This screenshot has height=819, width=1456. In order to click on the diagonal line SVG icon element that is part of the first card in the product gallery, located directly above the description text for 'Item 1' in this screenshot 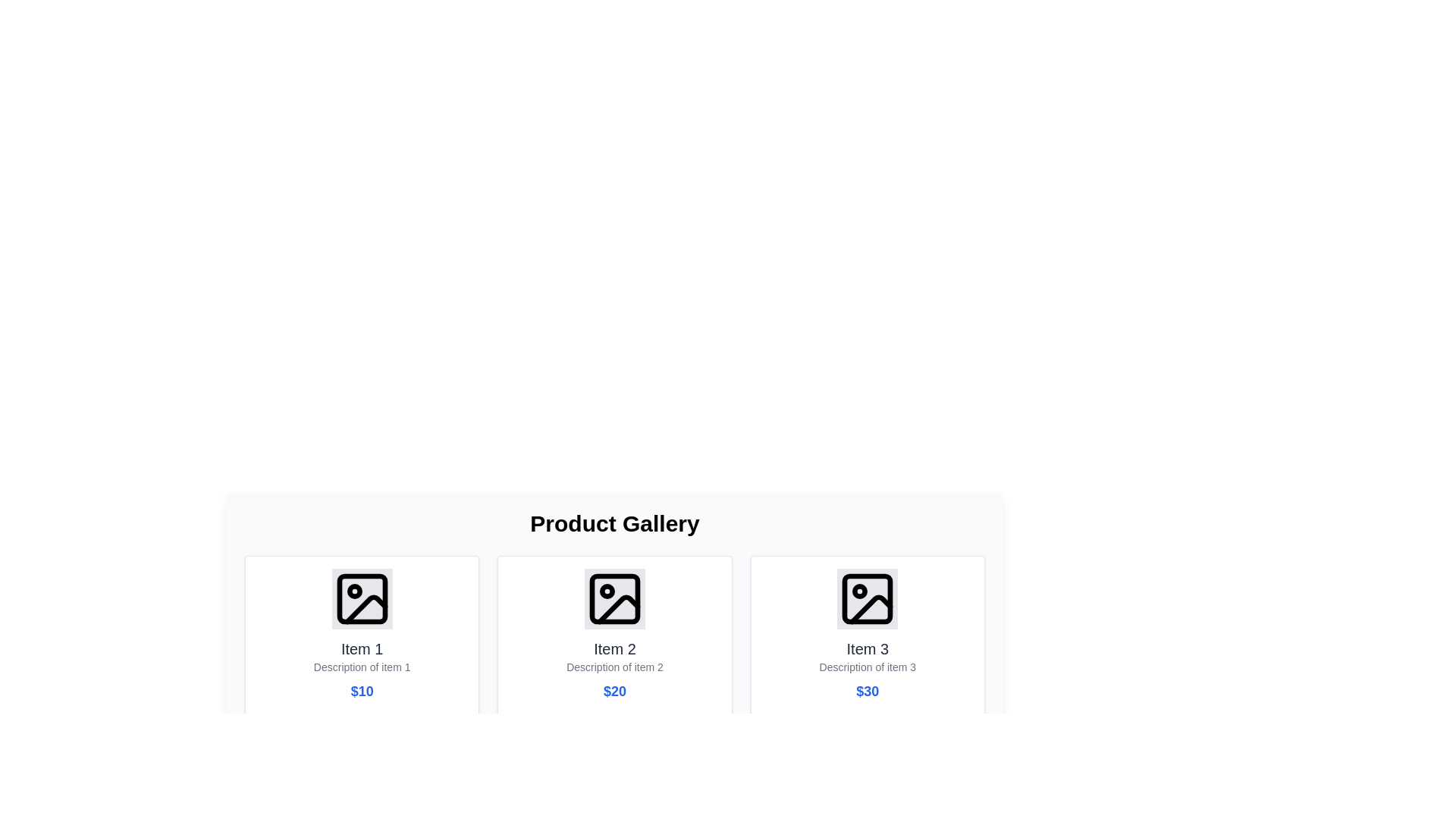, I will do `click(366, 608)`.